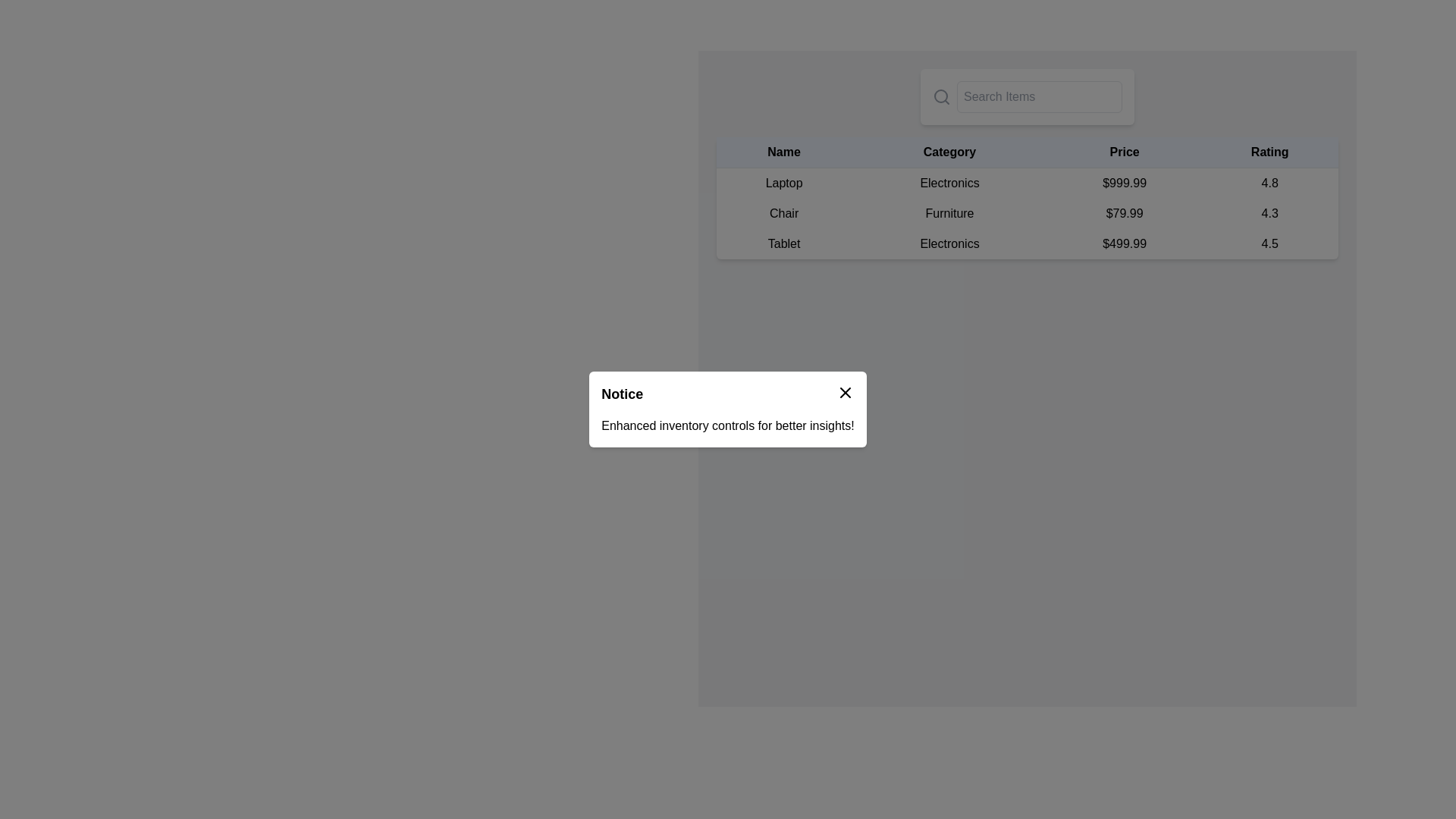 The width and height of the screenshot is (1456, 819). What do you see at coordinates (728, 426) in the screenshot?
I see `the static text element that reads 'Enhanced inventory controls for better insights!' which is located beneath the 'Notice' label in a white rounded rectangle` at bounding box center [728, 426].